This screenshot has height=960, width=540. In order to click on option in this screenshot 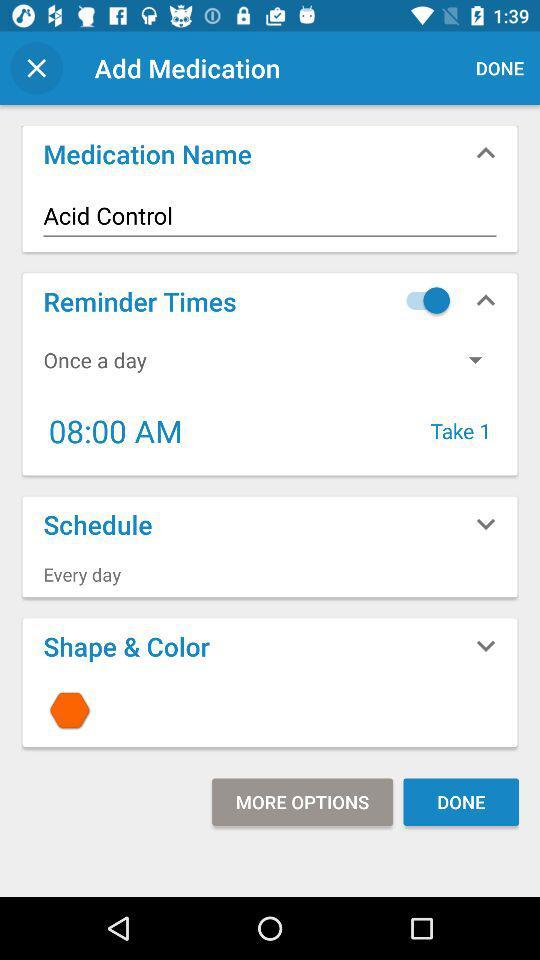, I will do `click(422, 299)`.